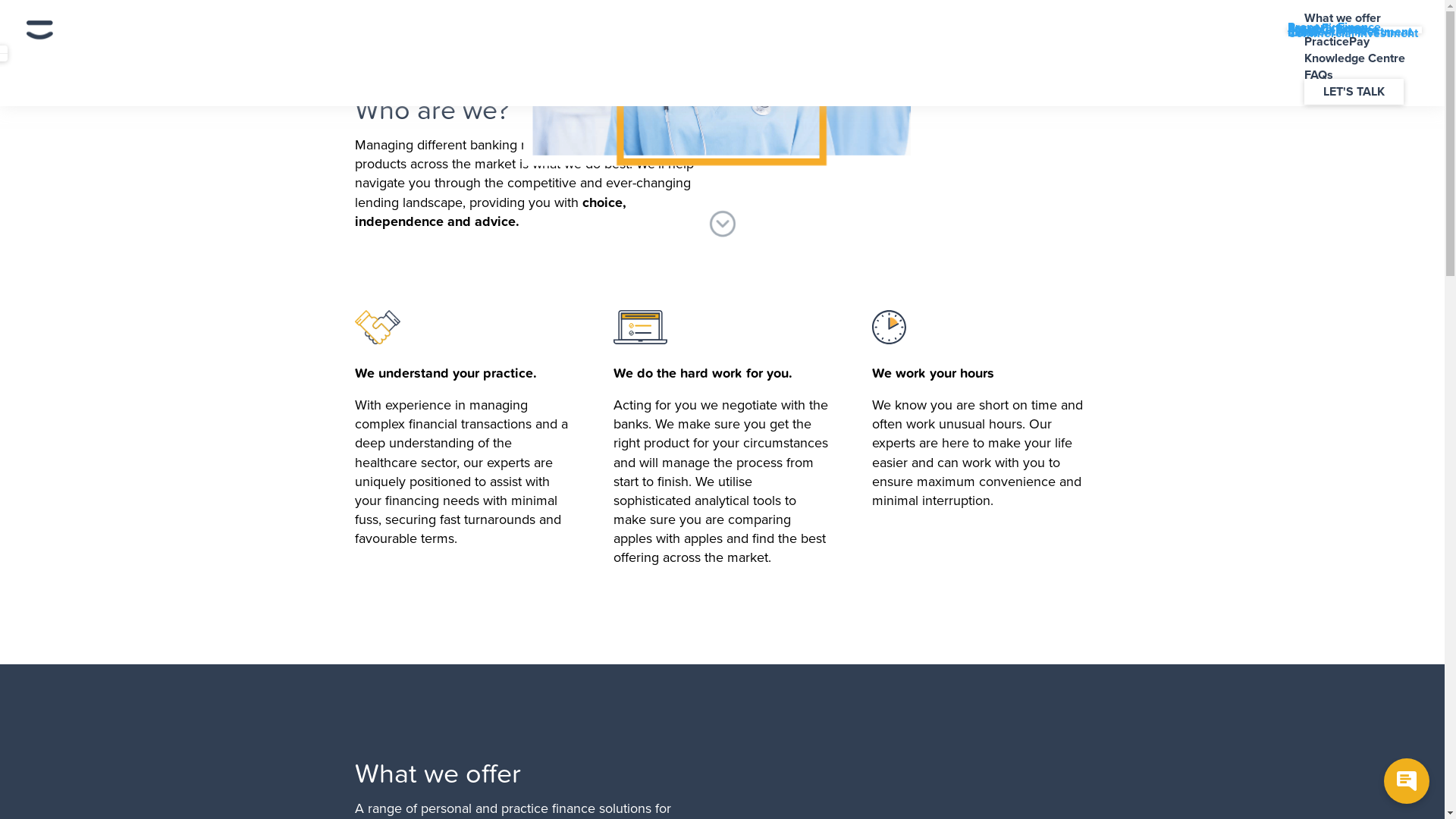 This screenshot has height=819, width=1456. I want to click on 'blank', so click(1302, 31).